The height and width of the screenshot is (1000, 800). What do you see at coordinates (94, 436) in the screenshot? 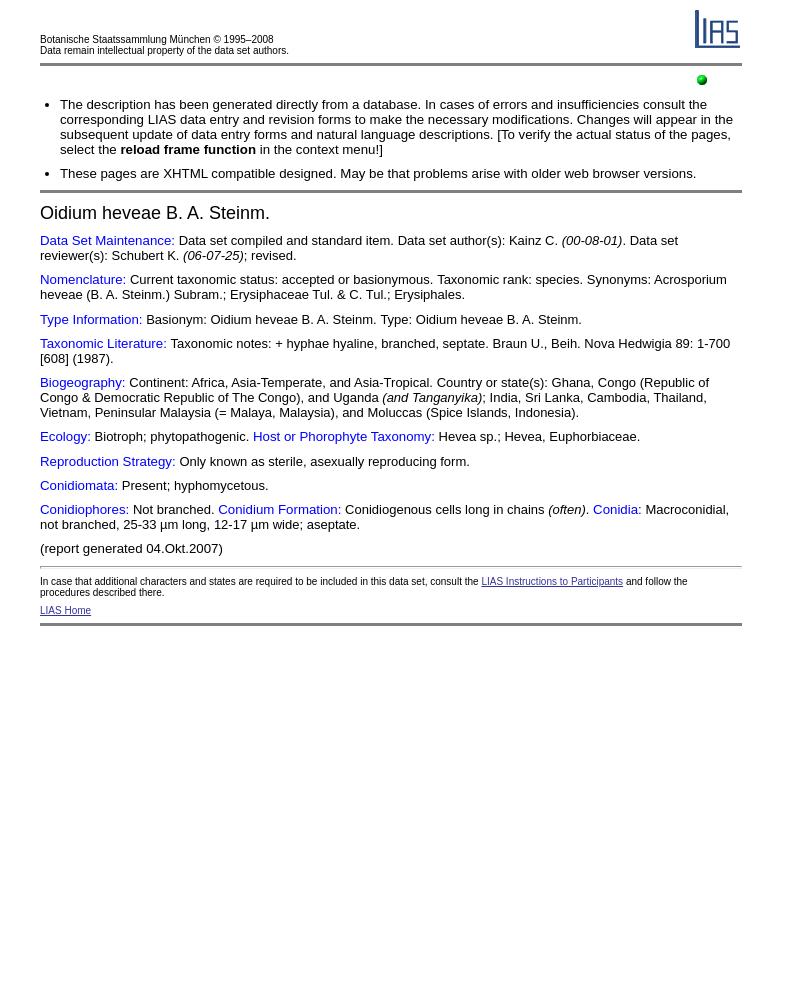
I see `'Biotroph;'` at bounding box center [94, 436].